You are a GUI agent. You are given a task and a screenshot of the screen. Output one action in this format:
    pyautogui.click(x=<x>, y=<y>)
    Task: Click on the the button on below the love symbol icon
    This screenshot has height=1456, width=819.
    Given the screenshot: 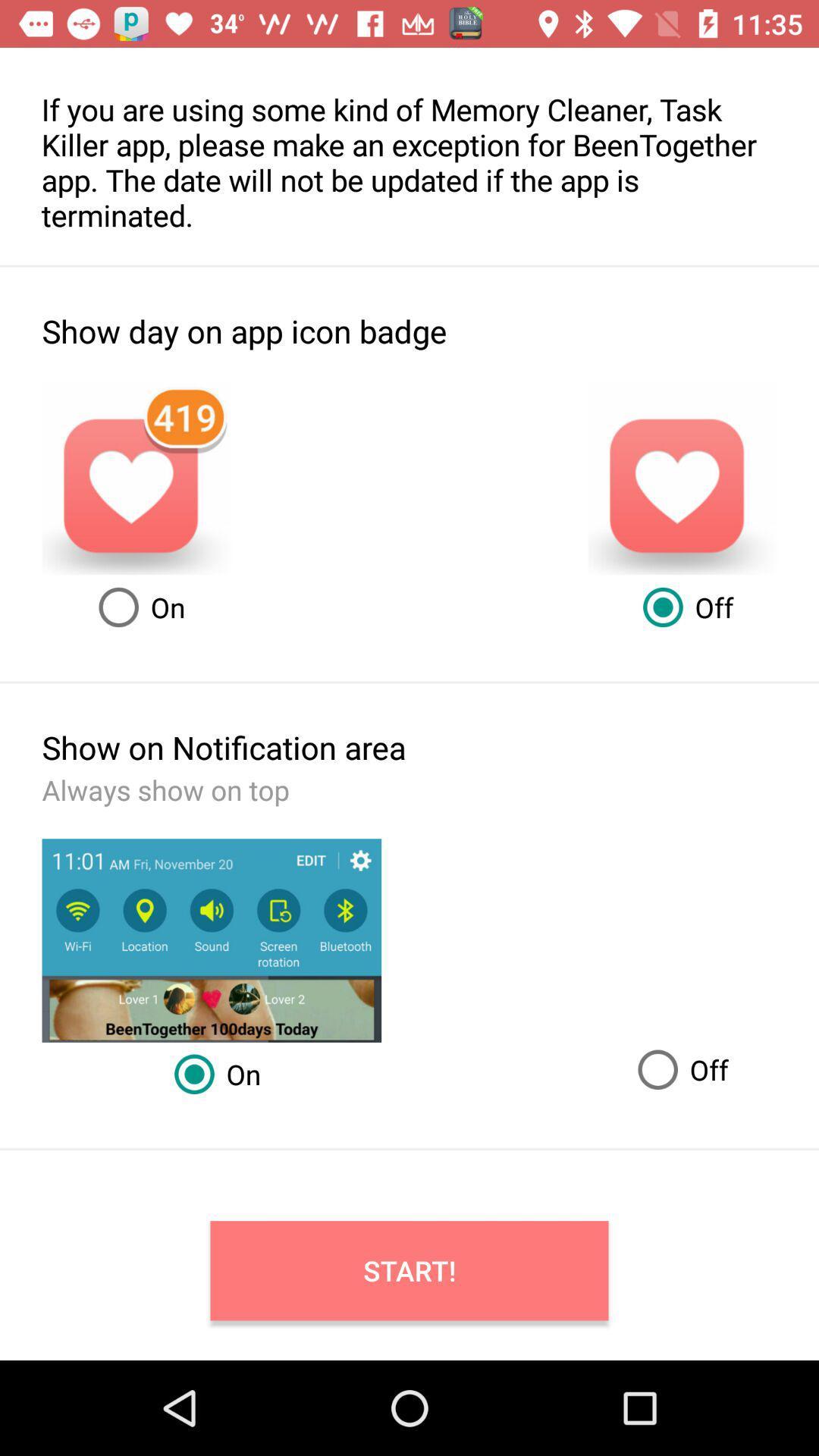 What is the action you would take?
    pyautogui.click(x=136, y=607)
    